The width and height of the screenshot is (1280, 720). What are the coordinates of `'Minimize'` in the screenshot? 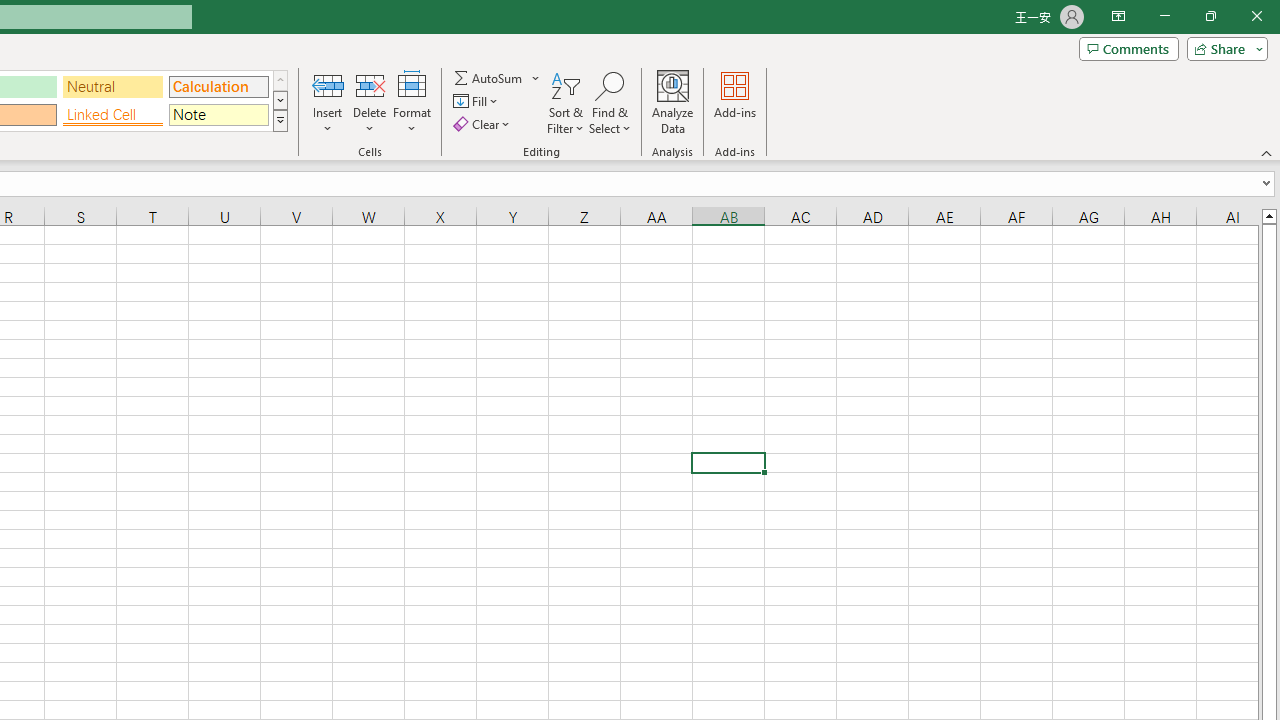 It's located at (1164, 16).